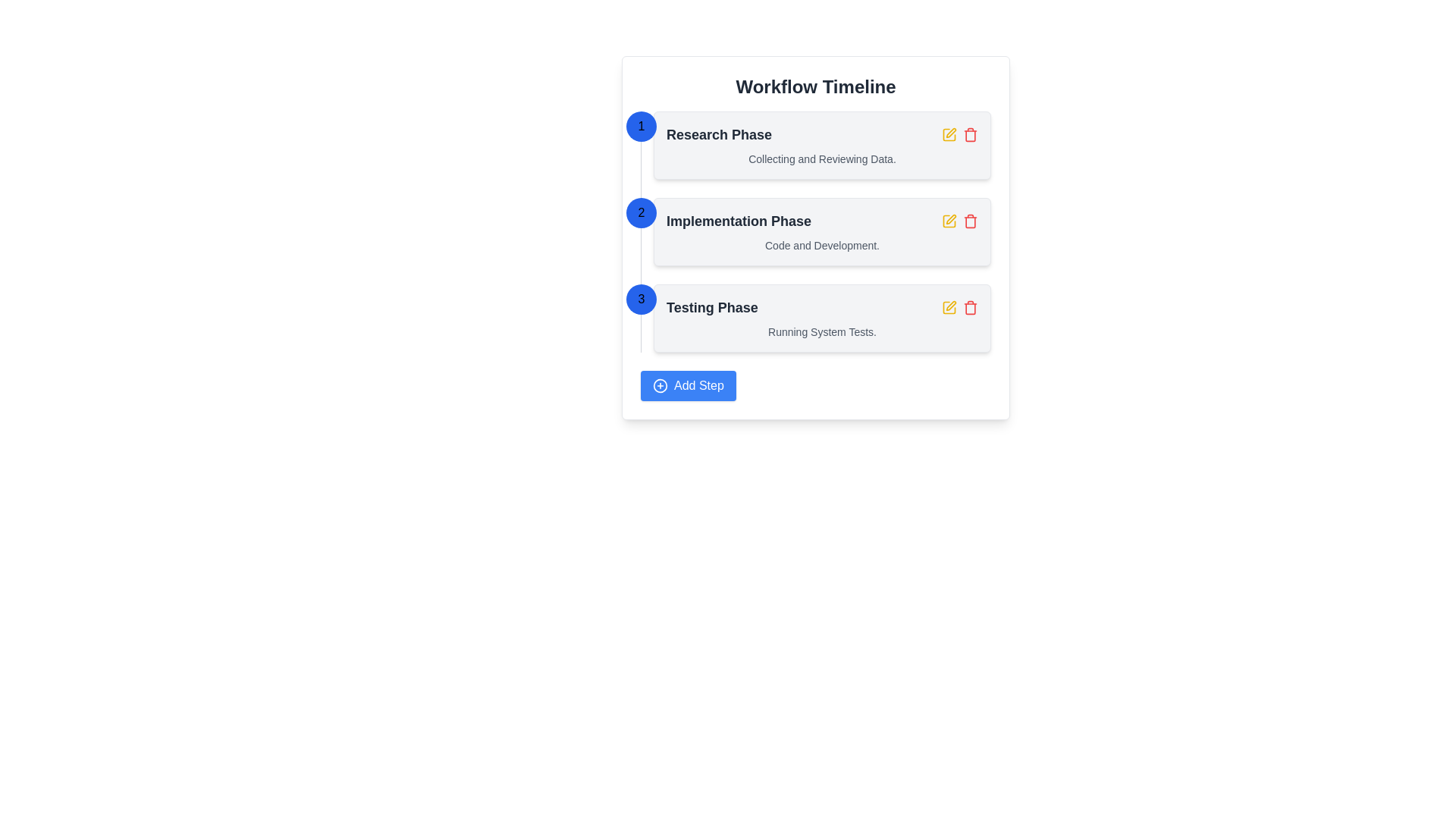 The image size is (1456, 819). What do you see at coordinates (821, 331) in the screenshot?
I see `text content of the text block displaying 'Running System Tests.' which is styled in a small-sized gray font and positioned below the 'Testing Phase' title` at bounding box center [821, 331].